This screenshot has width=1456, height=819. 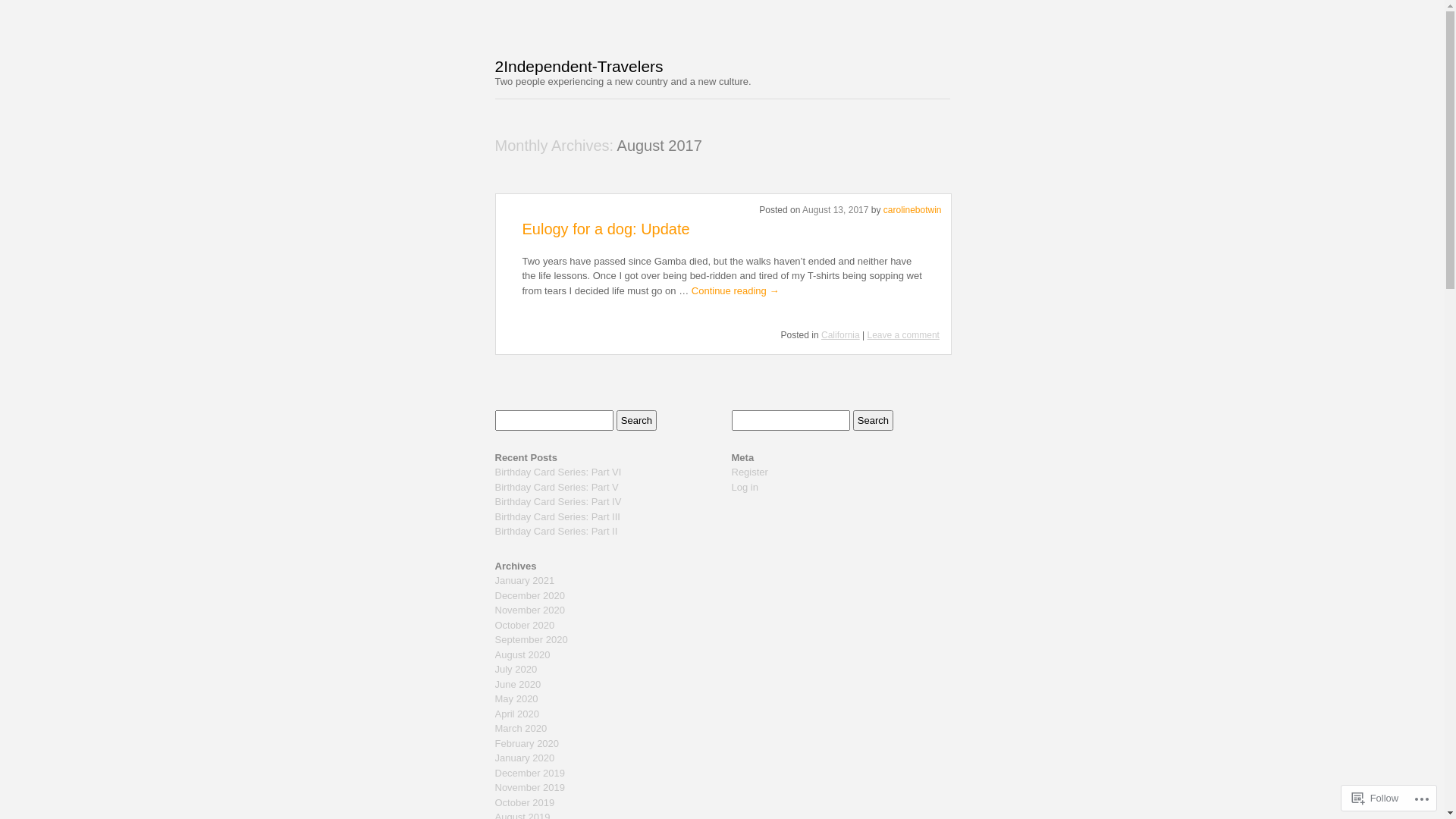 I want to click on 'Leave a comment', so click(x=903, y=334).